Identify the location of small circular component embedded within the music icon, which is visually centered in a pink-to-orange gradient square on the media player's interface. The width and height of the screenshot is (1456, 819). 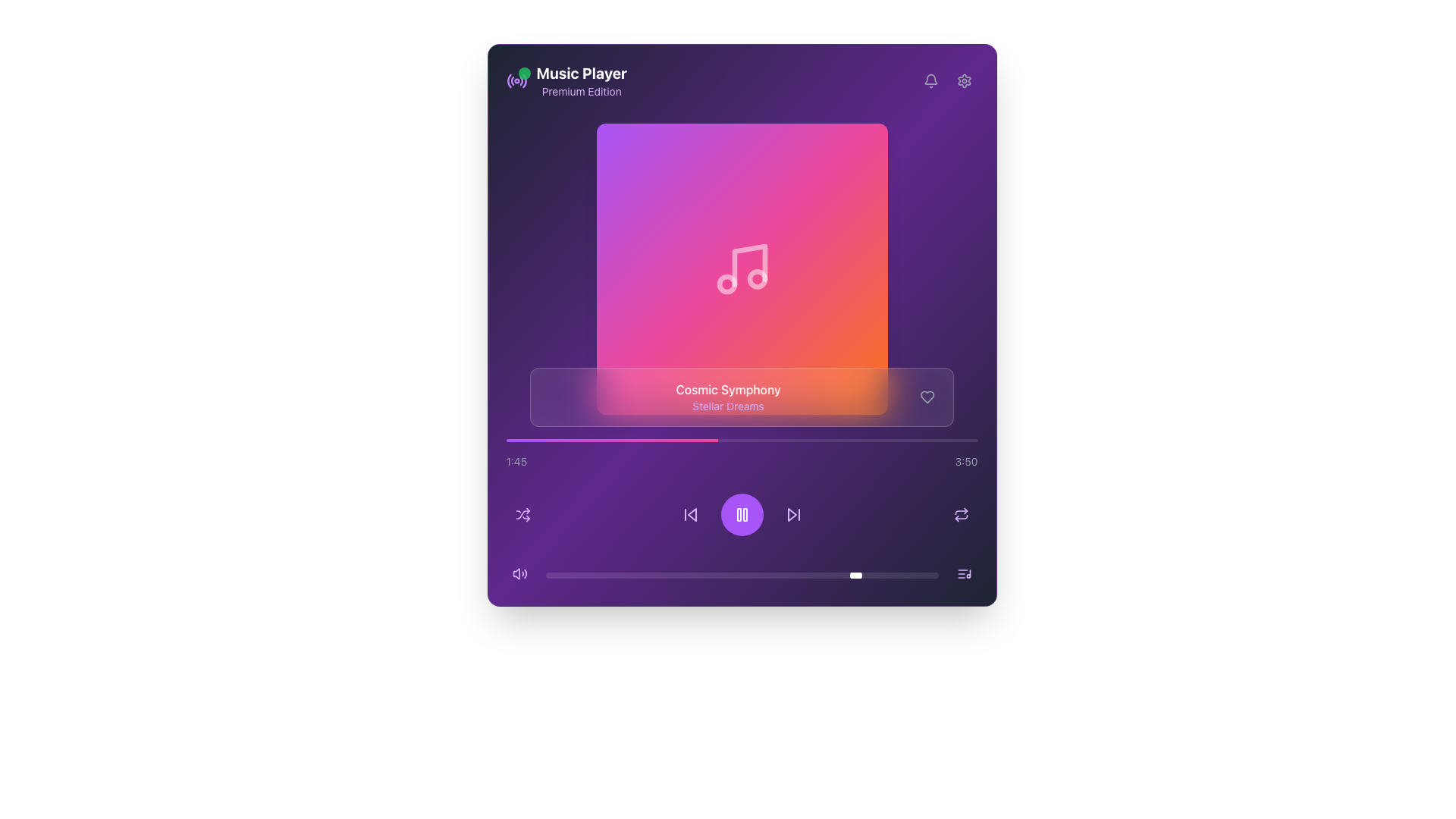
(726, 284).